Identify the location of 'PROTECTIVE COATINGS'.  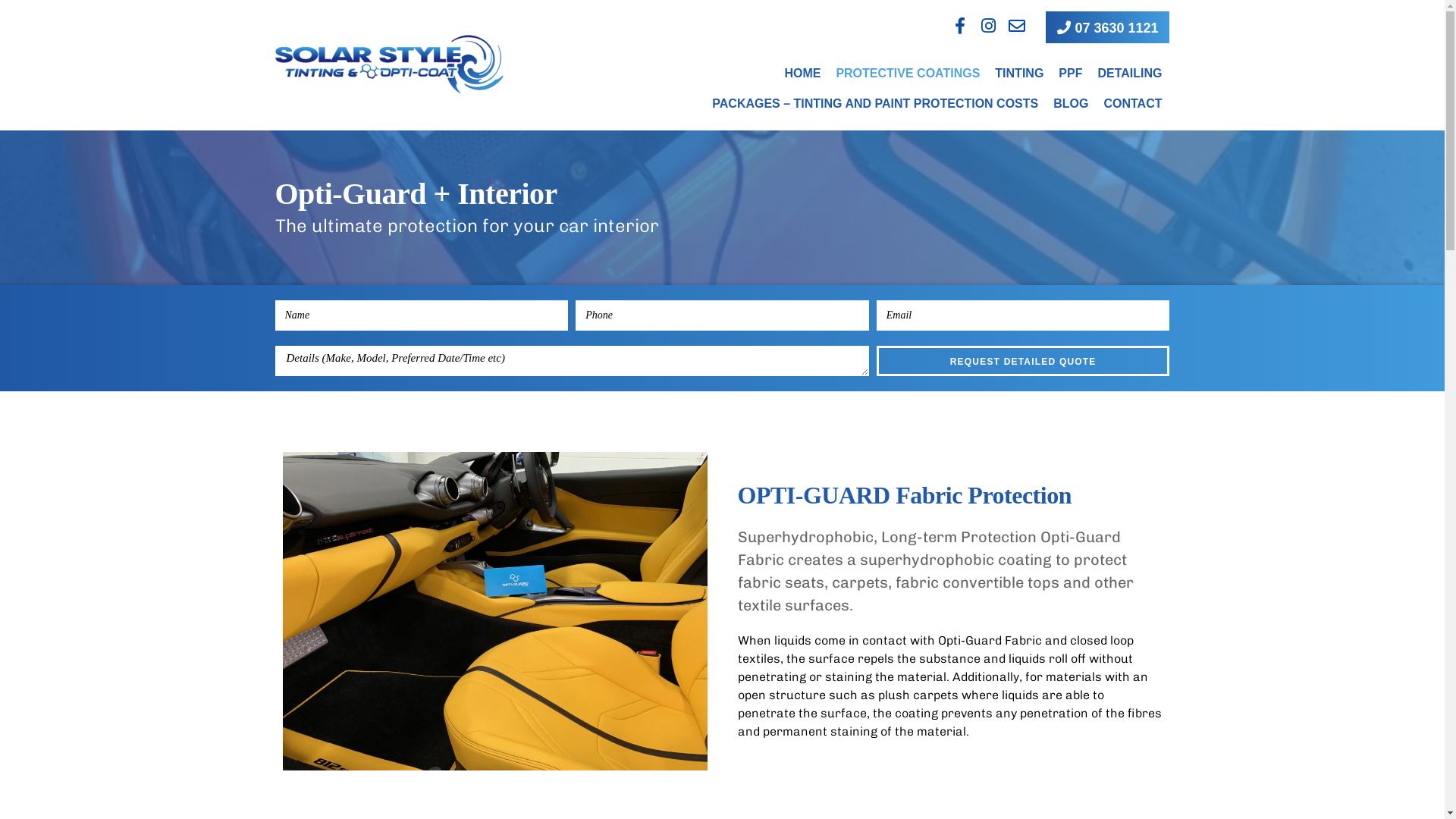
(907, 73).